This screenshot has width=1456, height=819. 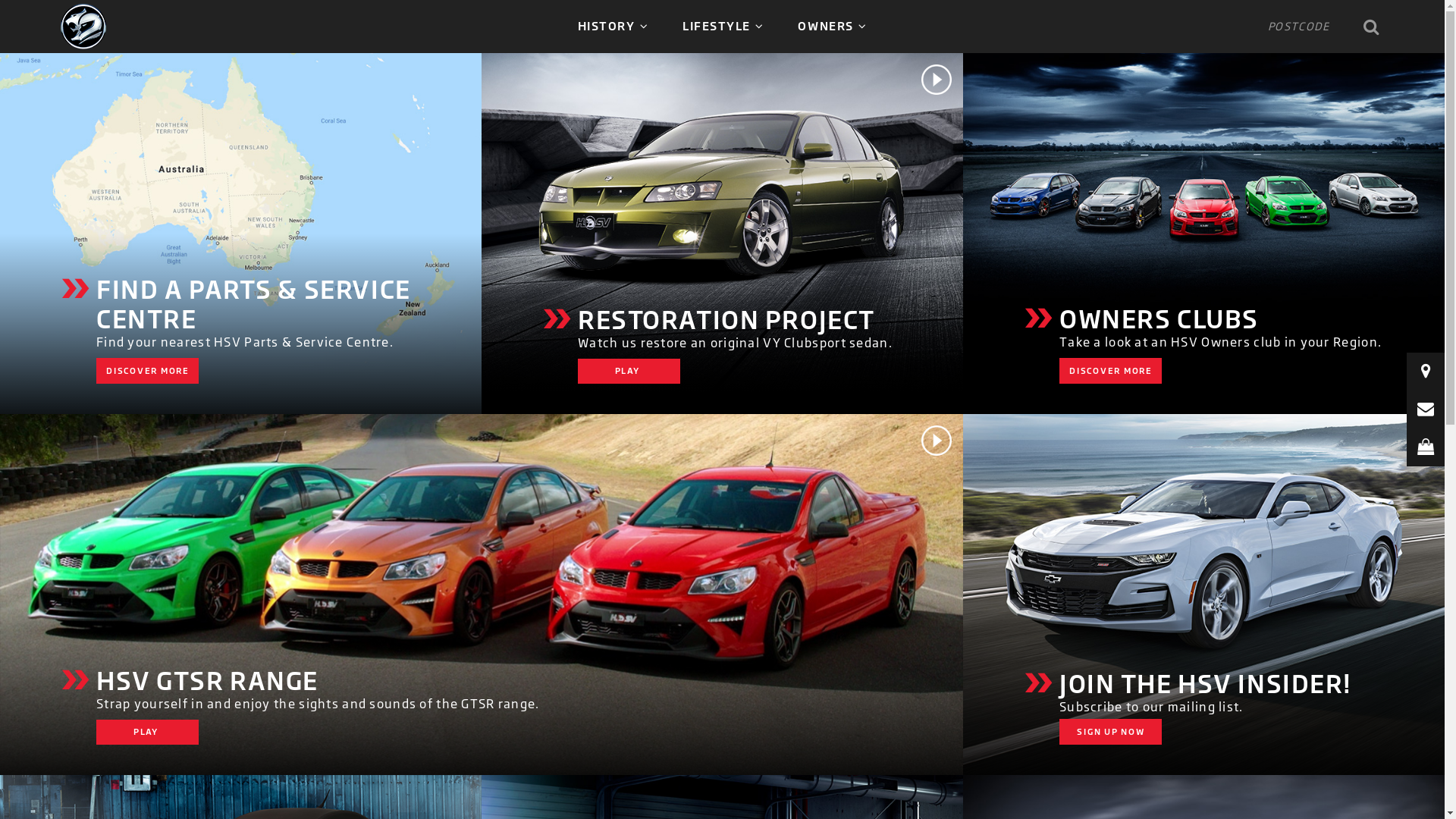 I want to click on 'HSV Owners Clubs', so click(x=962, y=234).